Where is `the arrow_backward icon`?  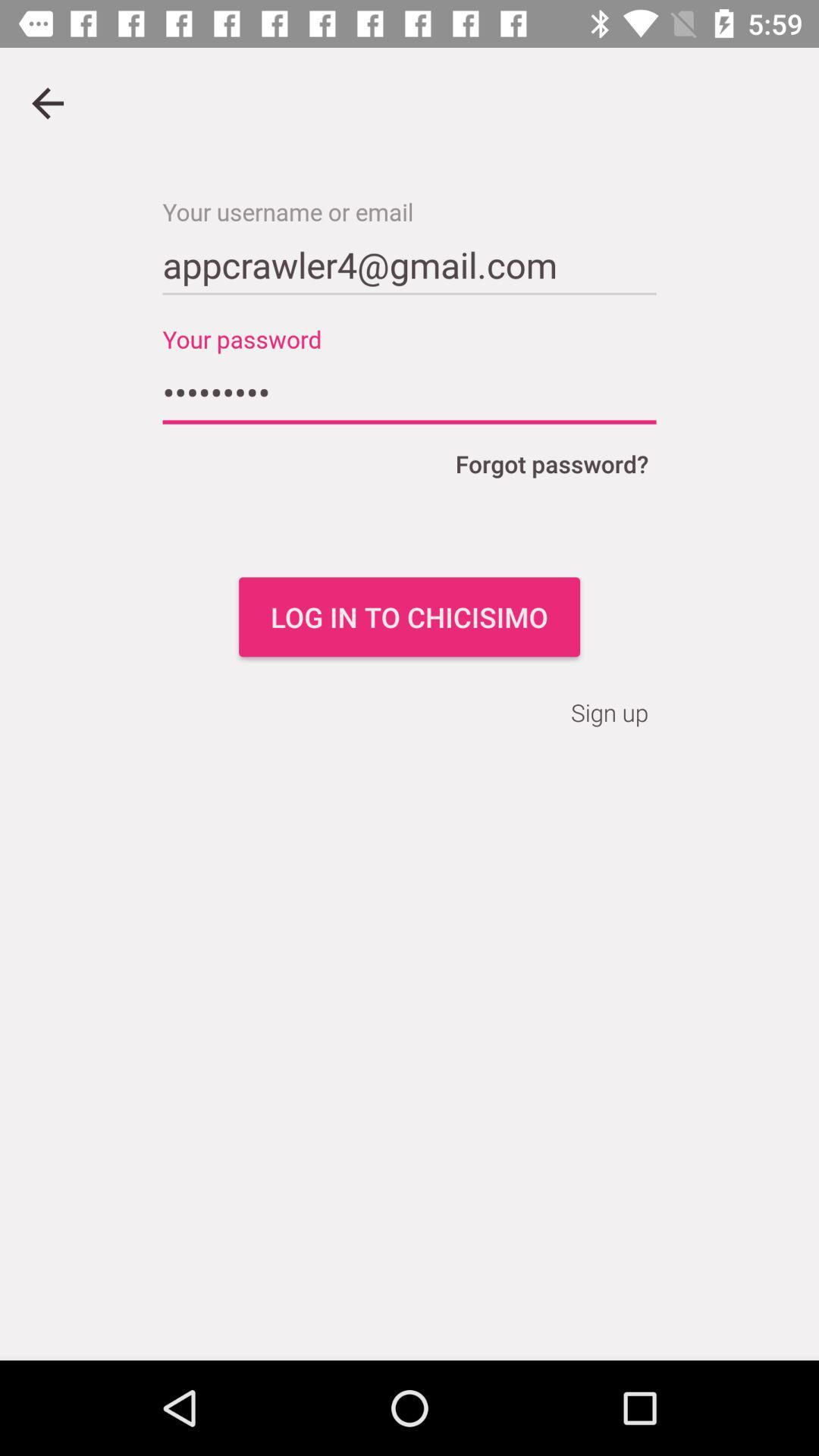 the arrow_backward icon is located at coordinates (46, 102).